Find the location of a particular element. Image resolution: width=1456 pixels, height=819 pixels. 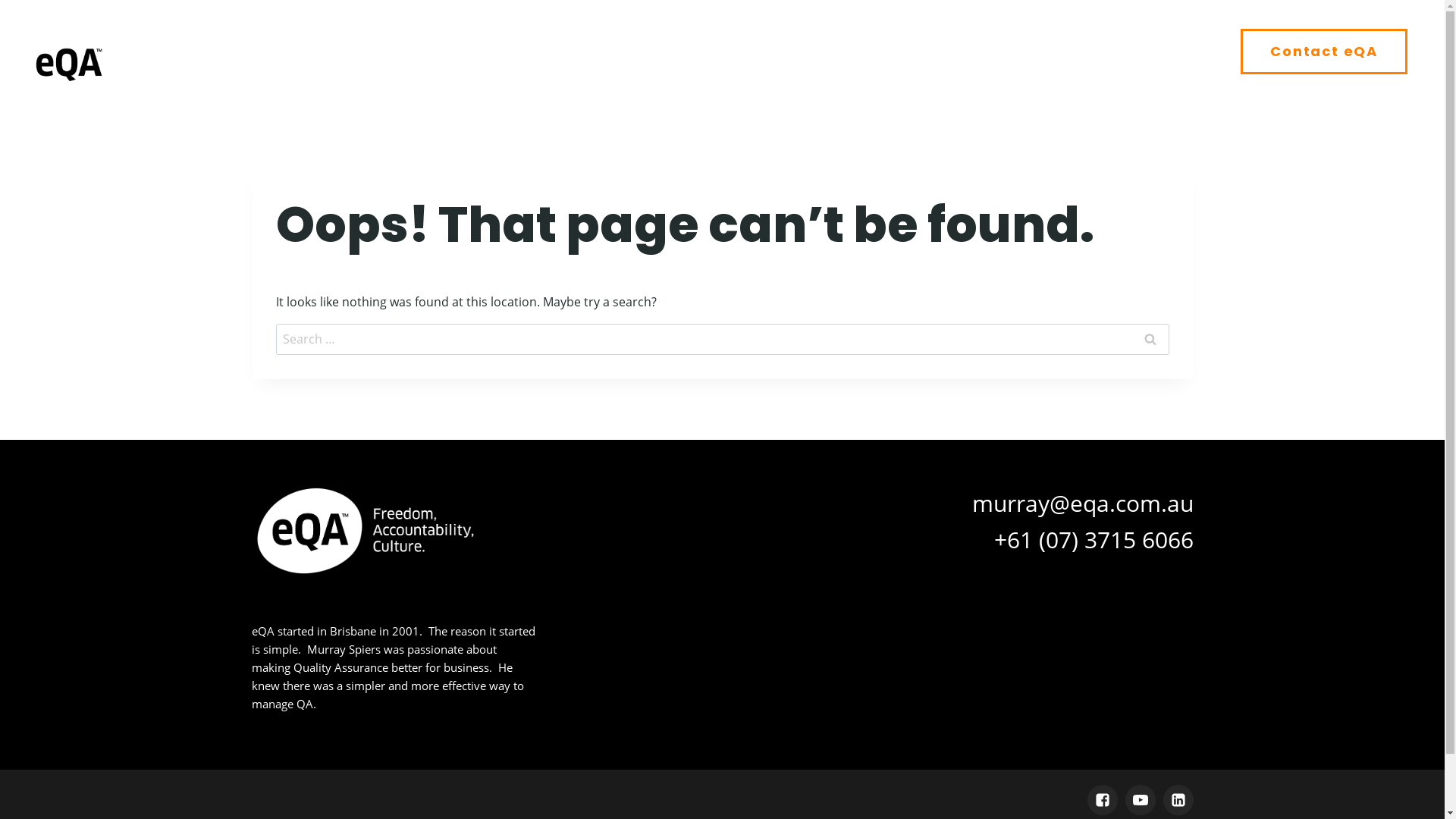

'murray@eqa.com.au' is located at coordinates (1082, 502).